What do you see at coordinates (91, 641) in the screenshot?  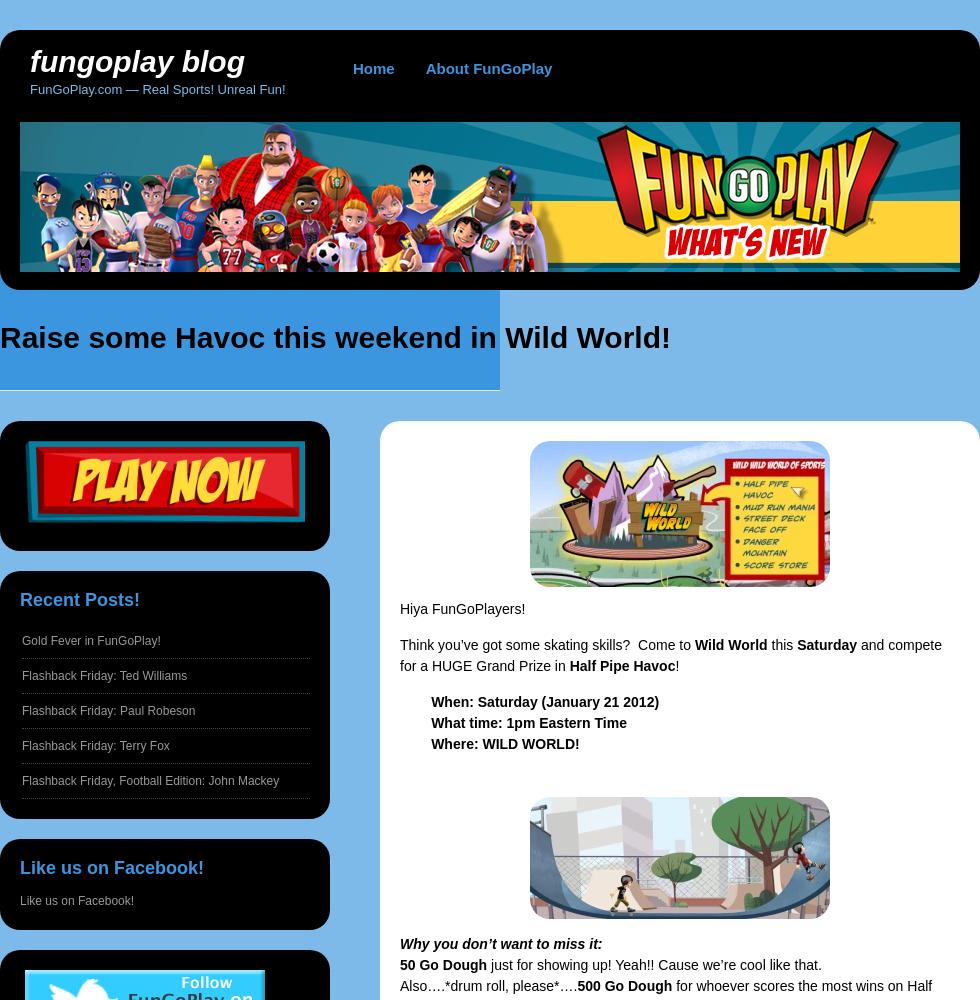 I see `'Gold Fever in FunGoPlay!'` at bounding box center [91, 641].